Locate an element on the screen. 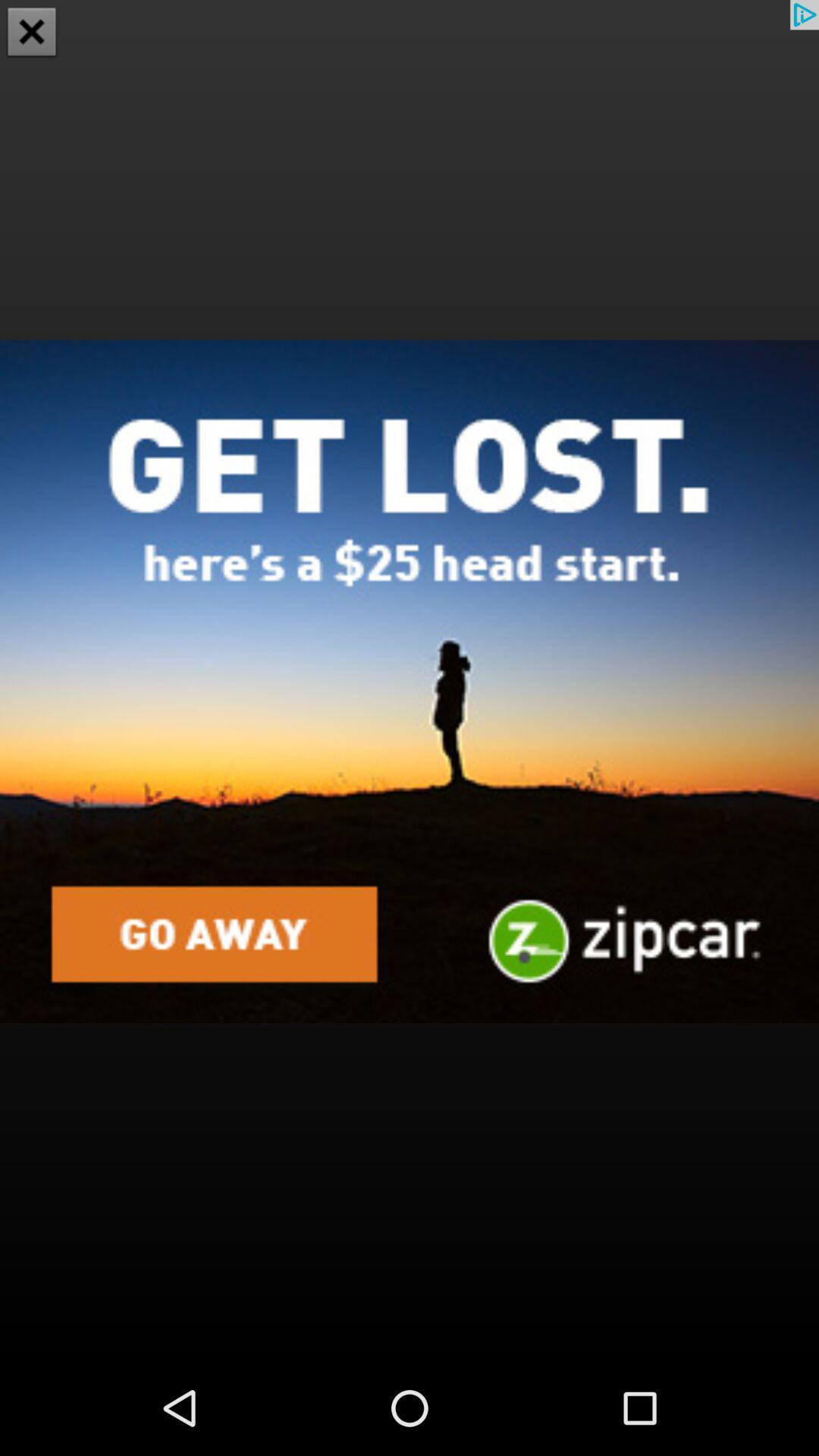 The image size is (819, 1456). the close icon is located at coordinates (32, 33).